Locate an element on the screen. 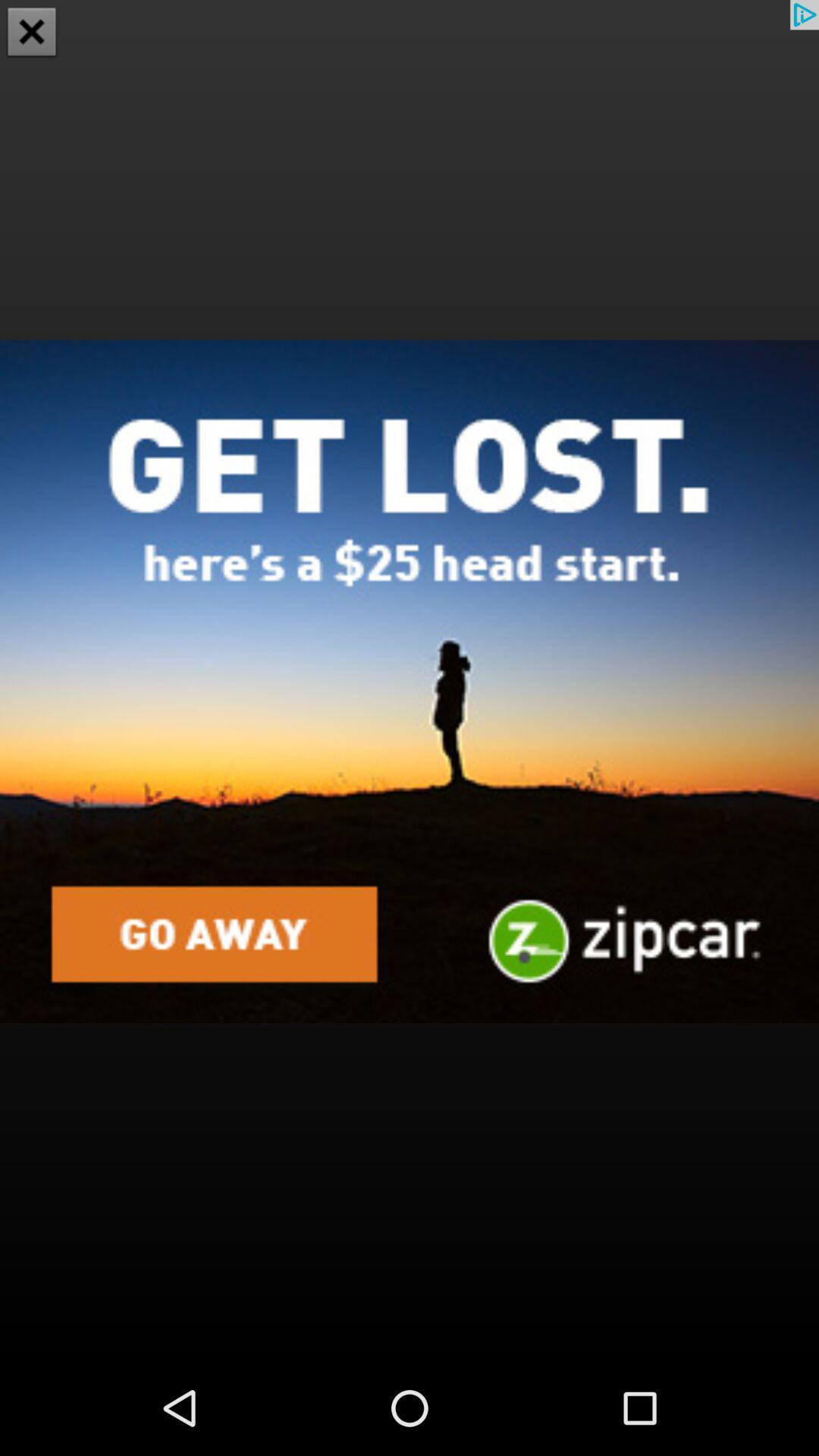 The image size is (819, 1456). the close icon is located at coordinates (32, 33).